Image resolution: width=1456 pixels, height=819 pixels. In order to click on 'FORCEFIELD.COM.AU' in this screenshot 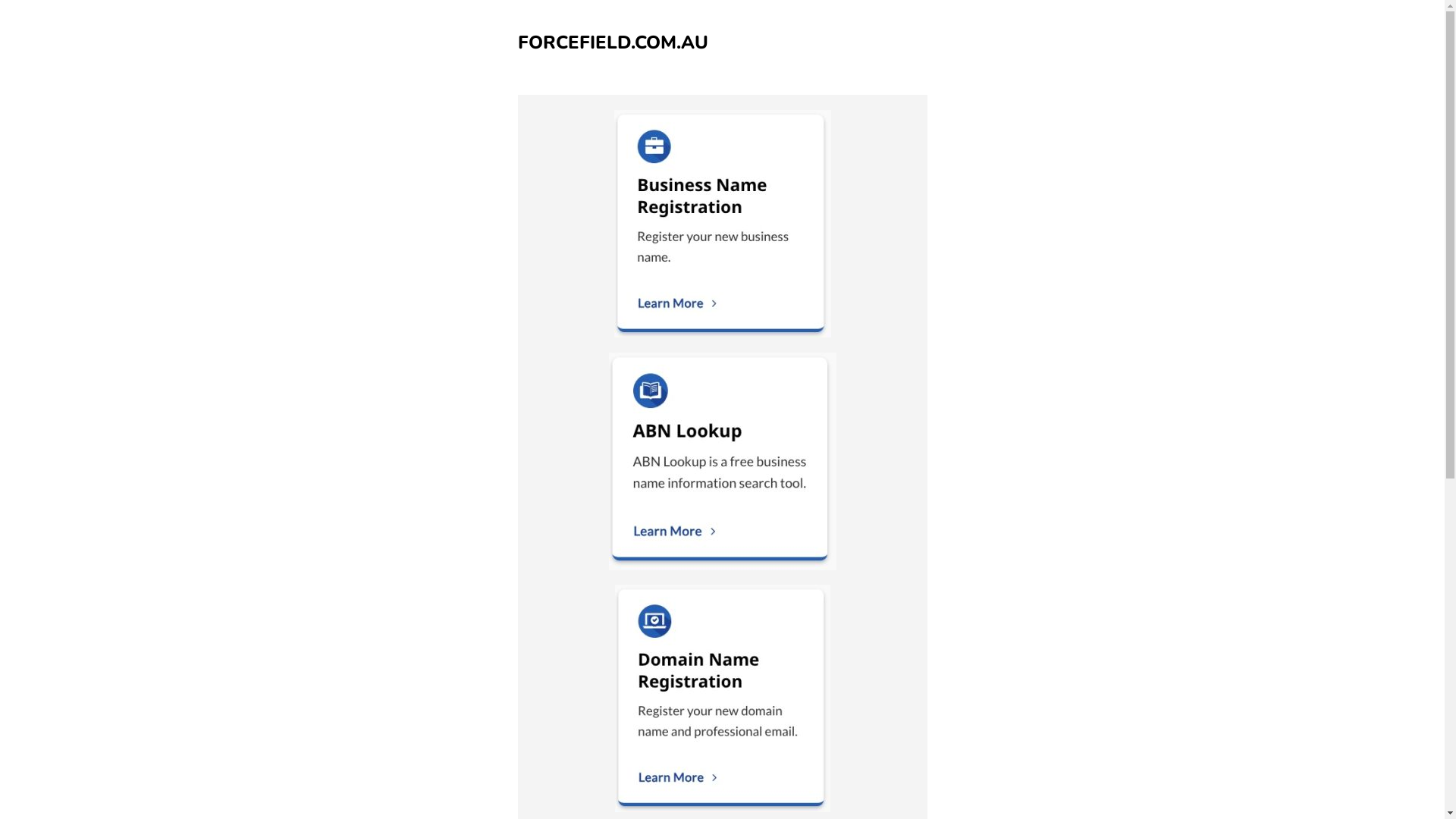, I will do `click(612, 42)`.